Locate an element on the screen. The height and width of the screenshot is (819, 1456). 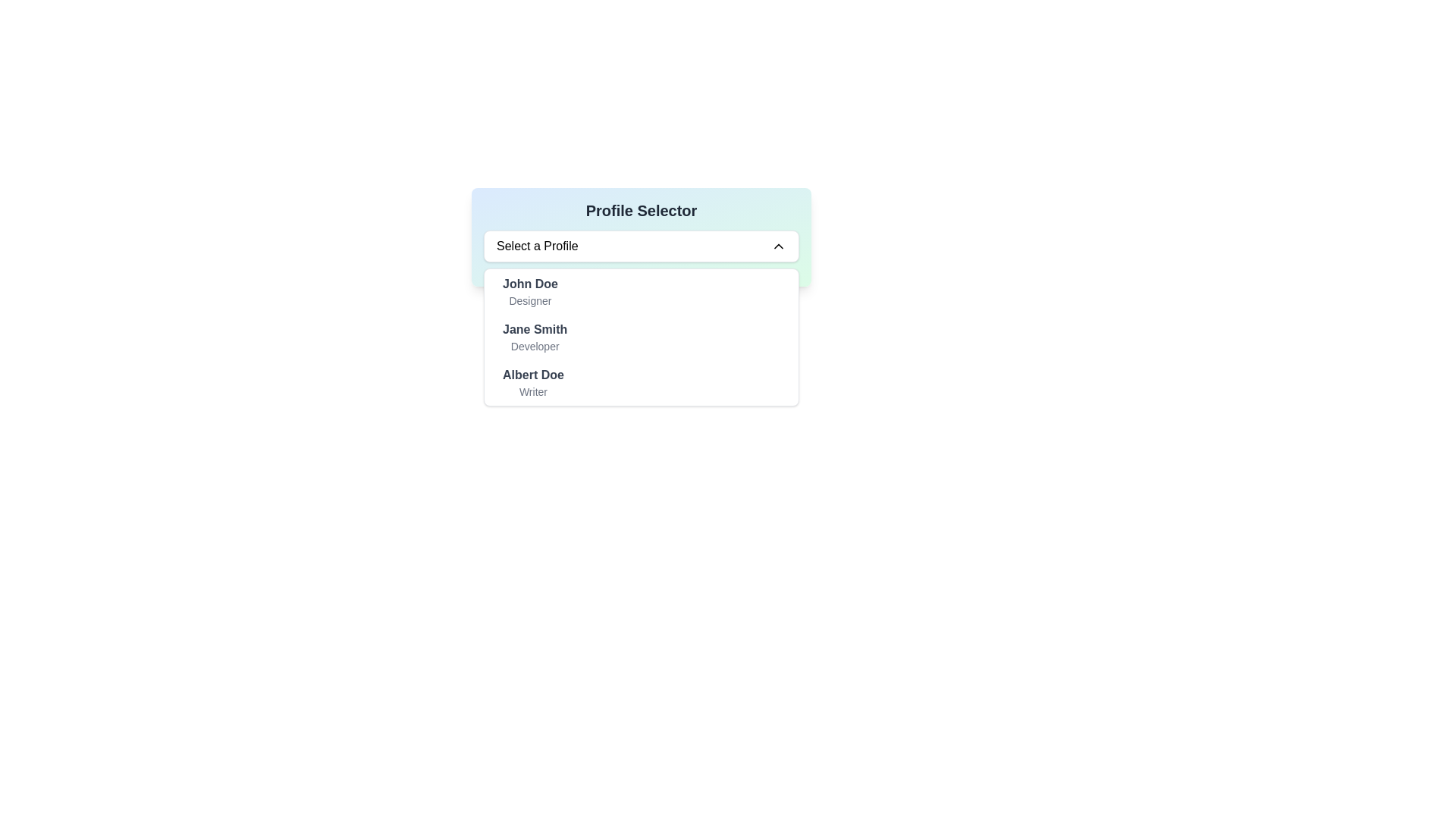
the third option in the dropdown menu that displays the name 'Albert Doe' styled in bold dark-gray font is located at coordinates (533, 375).